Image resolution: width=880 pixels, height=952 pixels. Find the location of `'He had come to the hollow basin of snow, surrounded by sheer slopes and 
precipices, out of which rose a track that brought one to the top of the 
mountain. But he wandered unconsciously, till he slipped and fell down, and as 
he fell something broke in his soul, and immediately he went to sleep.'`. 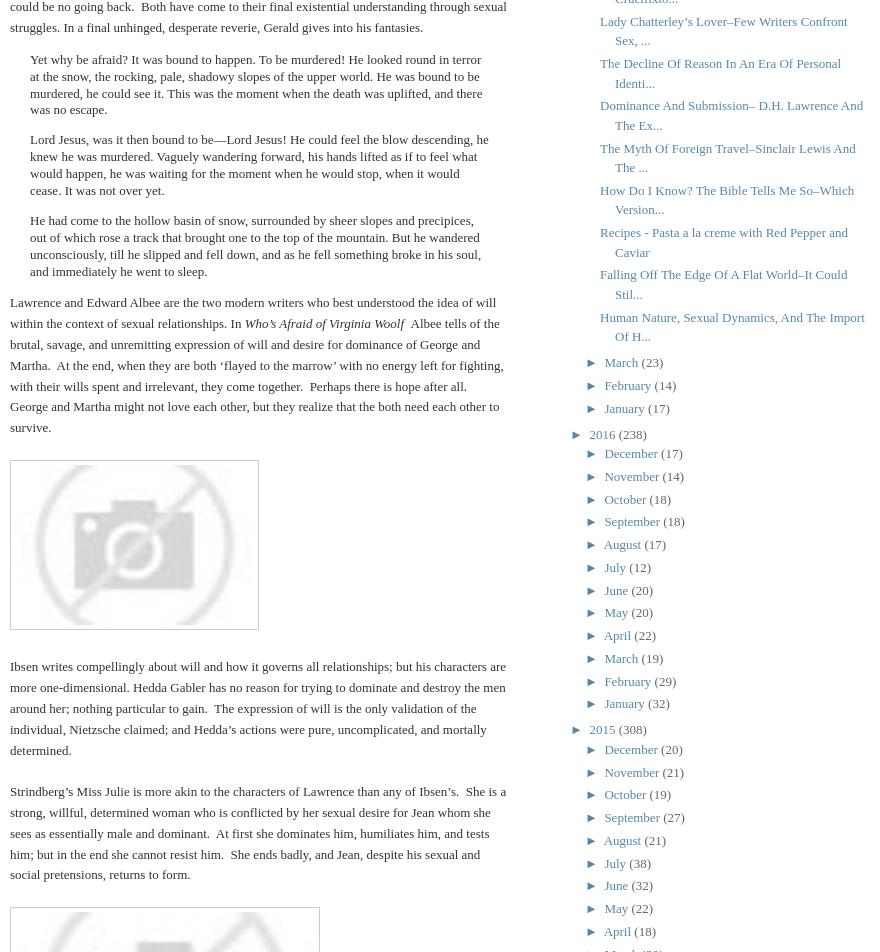

'He had come to the hollow basin of snow, surrounded by sheer slopes and 
precipices, out of which rose a track that brought one to the top of the 
mountain. But he wandered unconsciously, till he slipped and fell down, and as 
he fell something broke in his soul, and immediately he went to sleep.' is located at coordinates (29, 244).